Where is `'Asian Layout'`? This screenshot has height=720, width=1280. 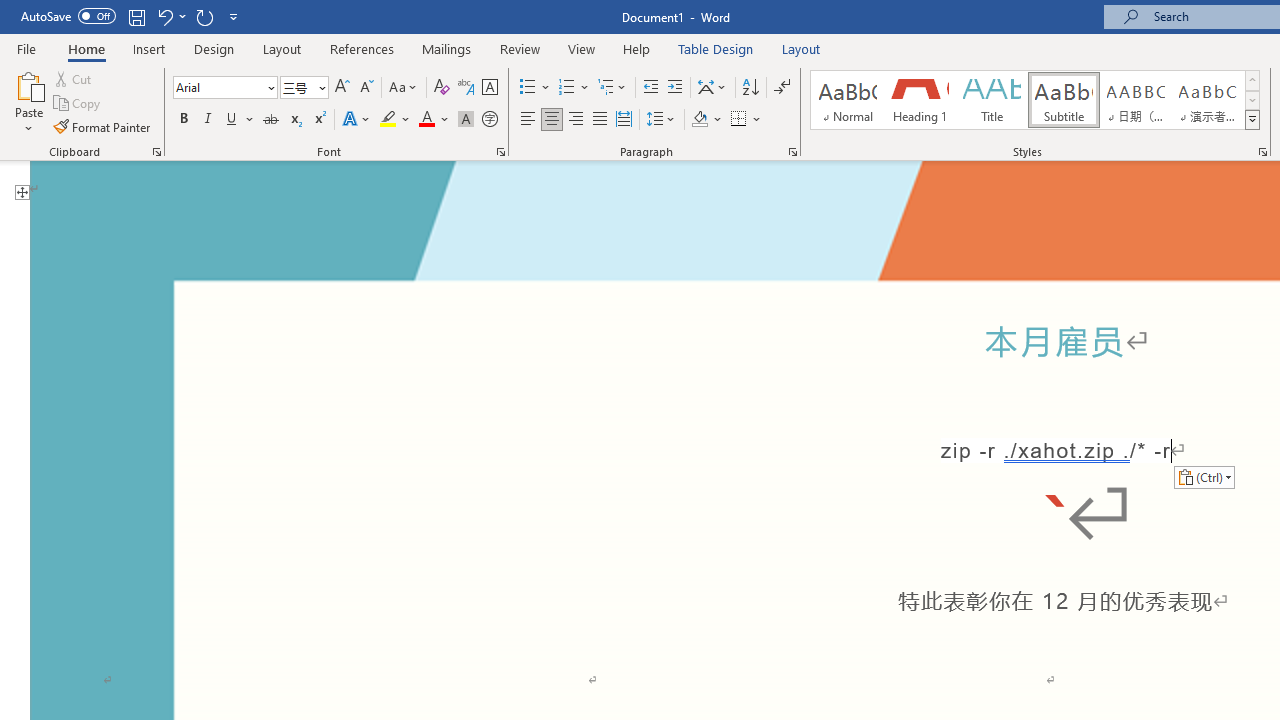
'Asian Layout' is located at coordinates (712, 86).